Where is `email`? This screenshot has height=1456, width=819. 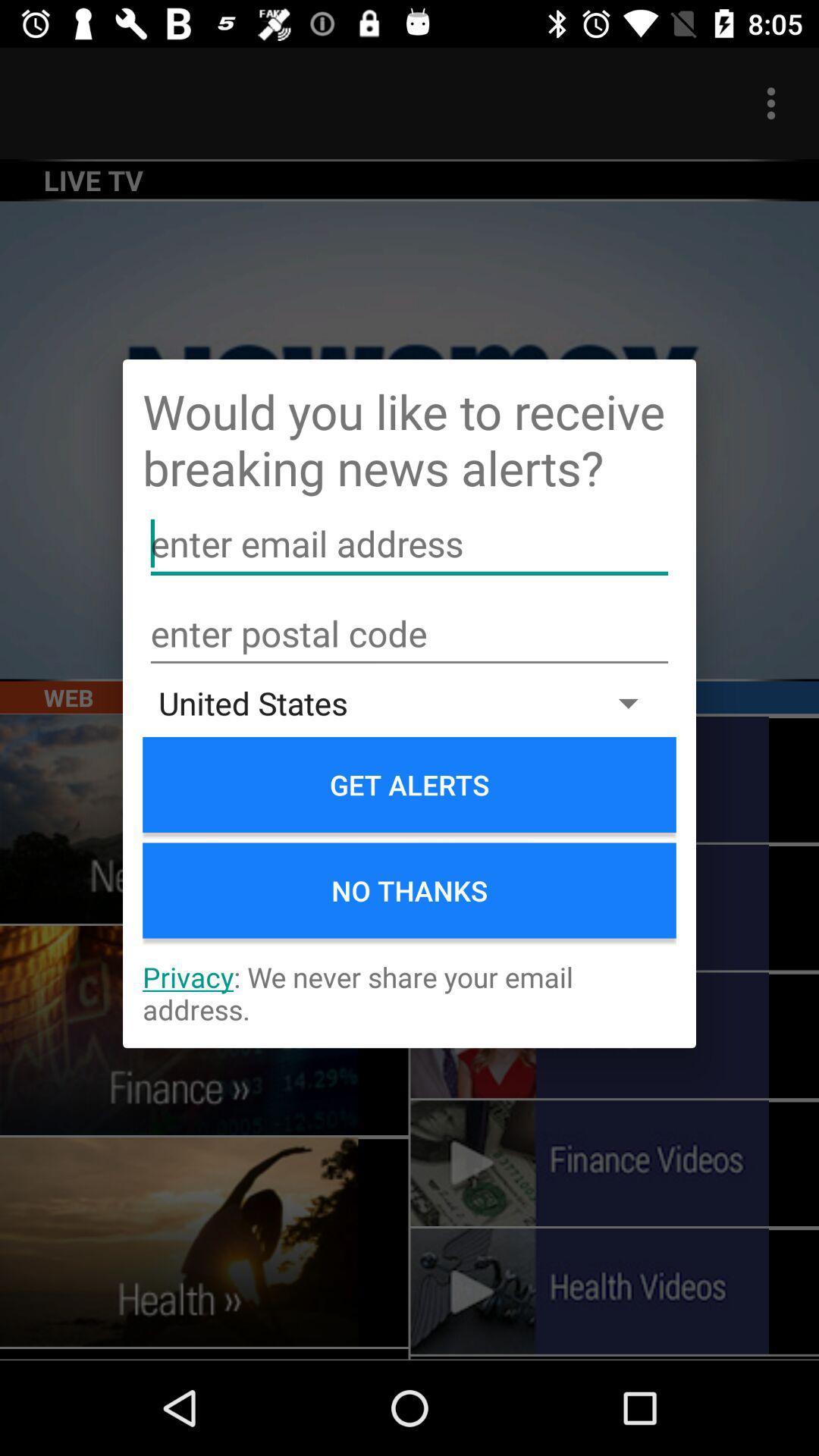
email is located at coordinates (409, 544).